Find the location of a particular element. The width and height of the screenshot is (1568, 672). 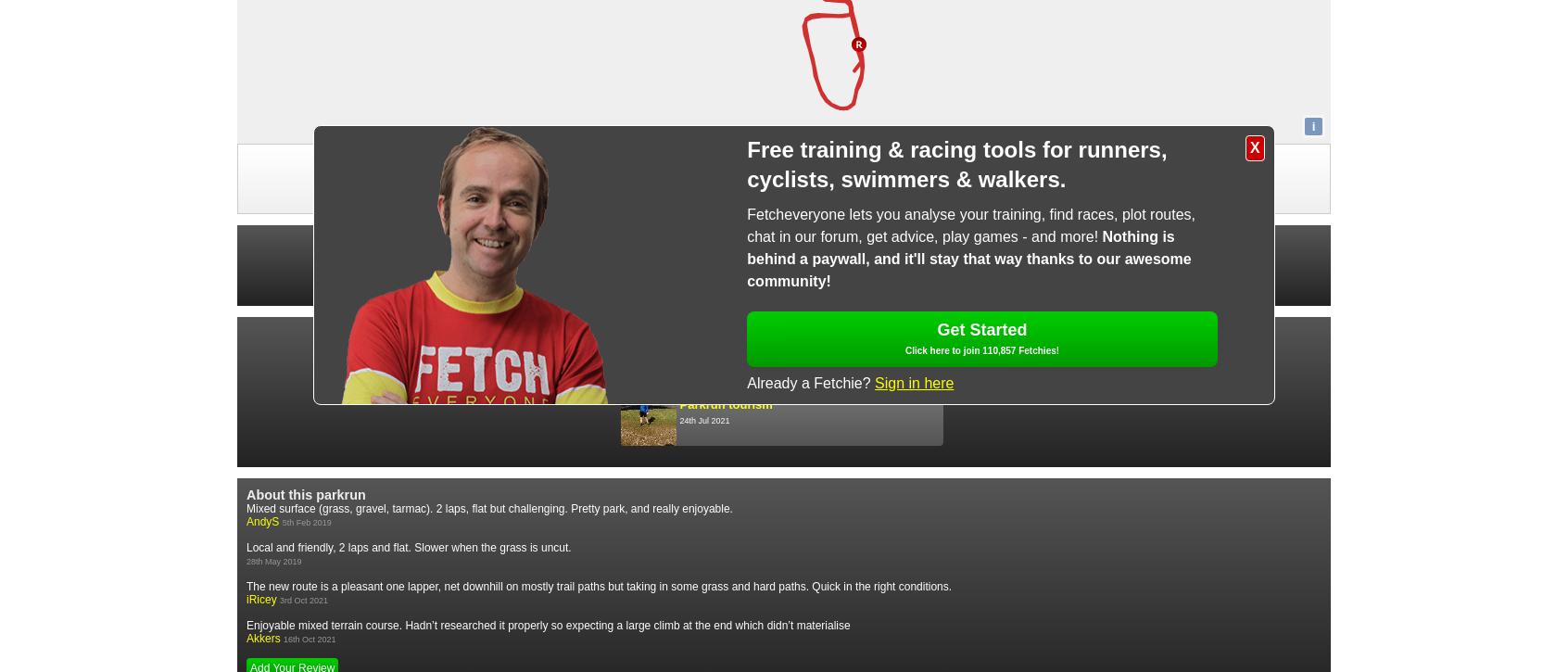

'16th Oct 2021' is located at coordinates (309, 637).